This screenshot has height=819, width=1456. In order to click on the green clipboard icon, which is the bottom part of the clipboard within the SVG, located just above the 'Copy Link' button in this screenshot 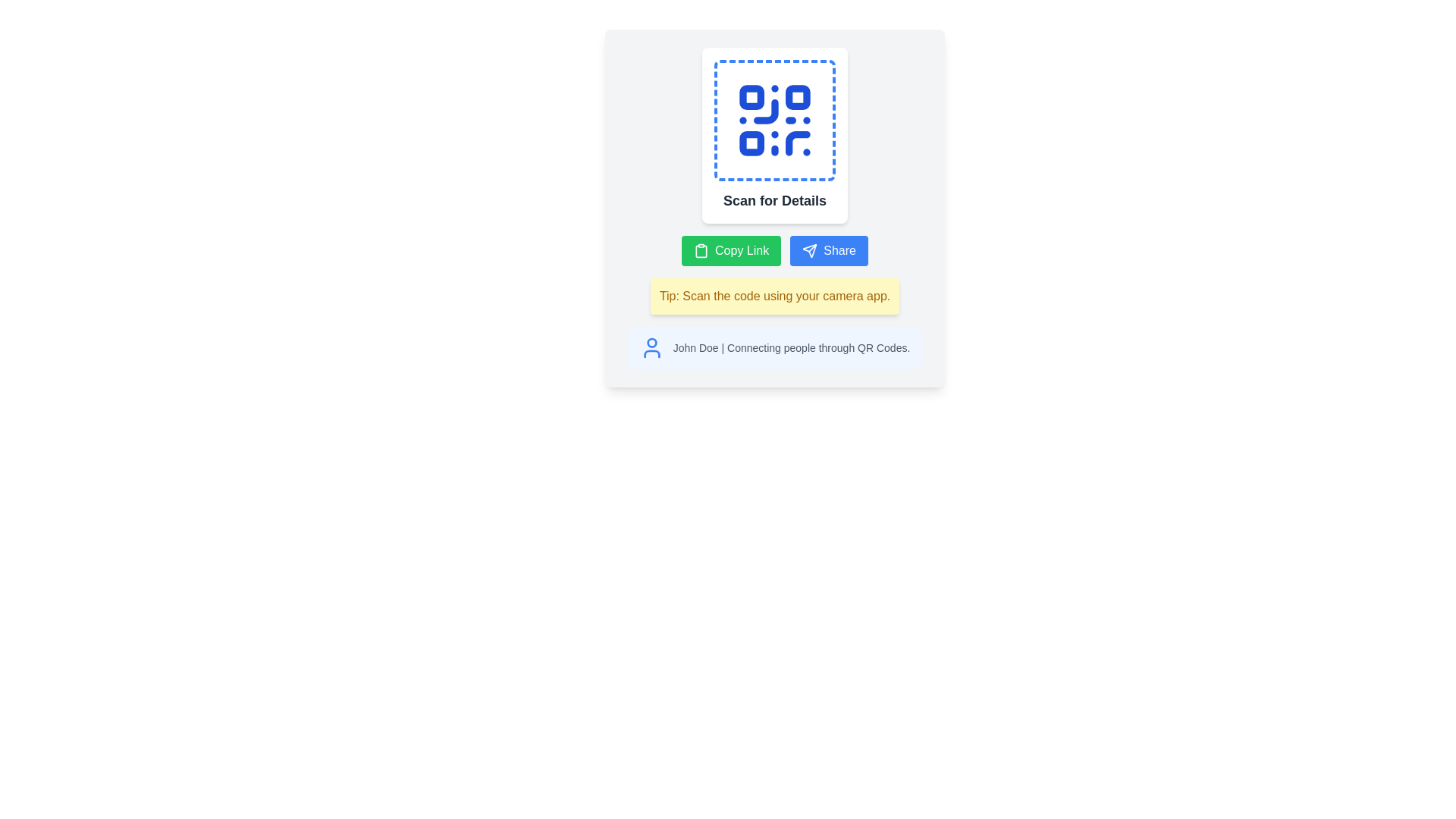, I will do `click(701, 250)`.